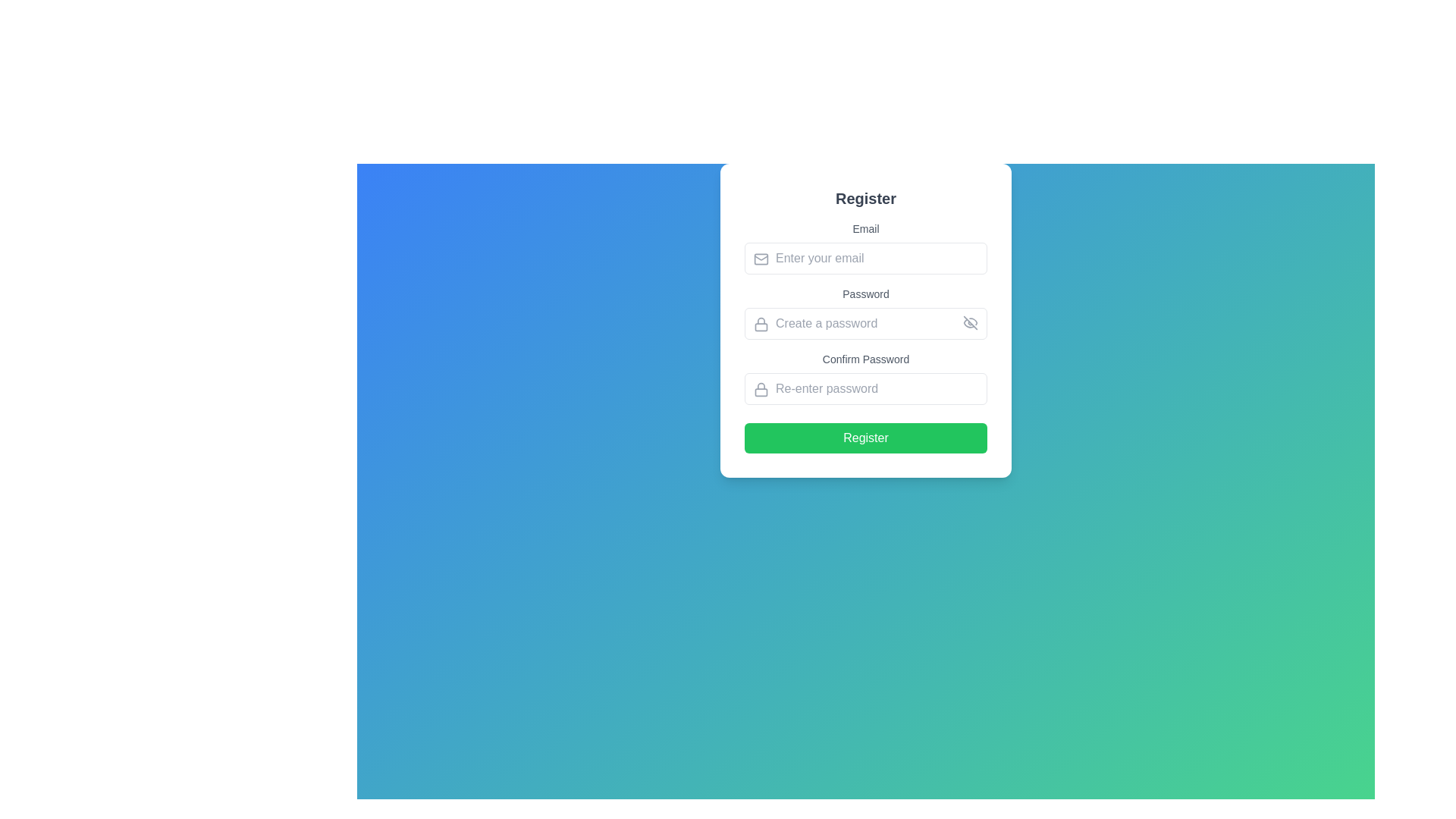 The height and width of the screenshot is (819, 1456). What do you see at coordinates (866, 228) in the screenshot?
I see `the 'Email' text label, which is a gray-colored label aligned to the left and positioned above the email input box` at bounding box center [866, 228].